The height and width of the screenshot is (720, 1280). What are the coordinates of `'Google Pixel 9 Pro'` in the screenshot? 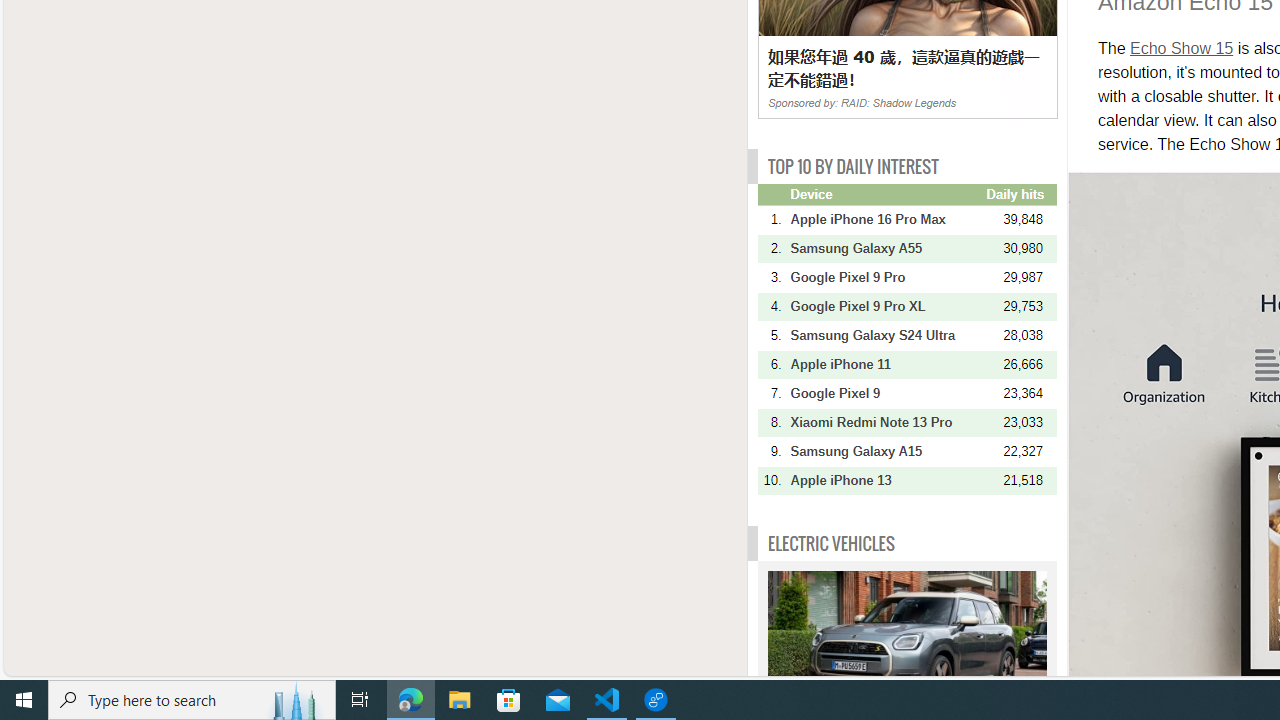 It's located at (885, 277).